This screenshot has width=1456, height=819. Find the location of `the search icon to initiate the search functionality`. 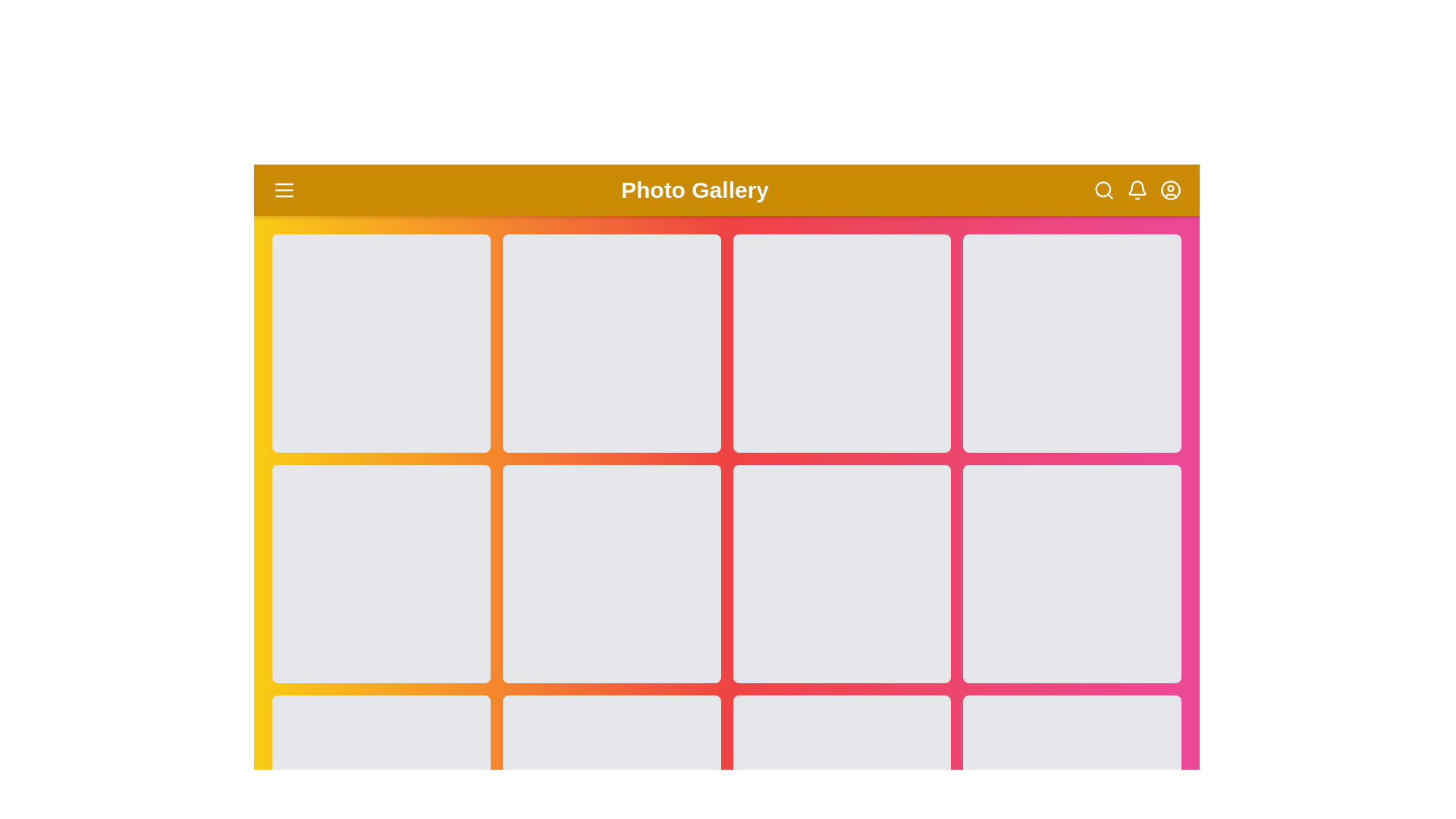

the search icon to initiate the search functionality is located at coordinates (1103, 189).